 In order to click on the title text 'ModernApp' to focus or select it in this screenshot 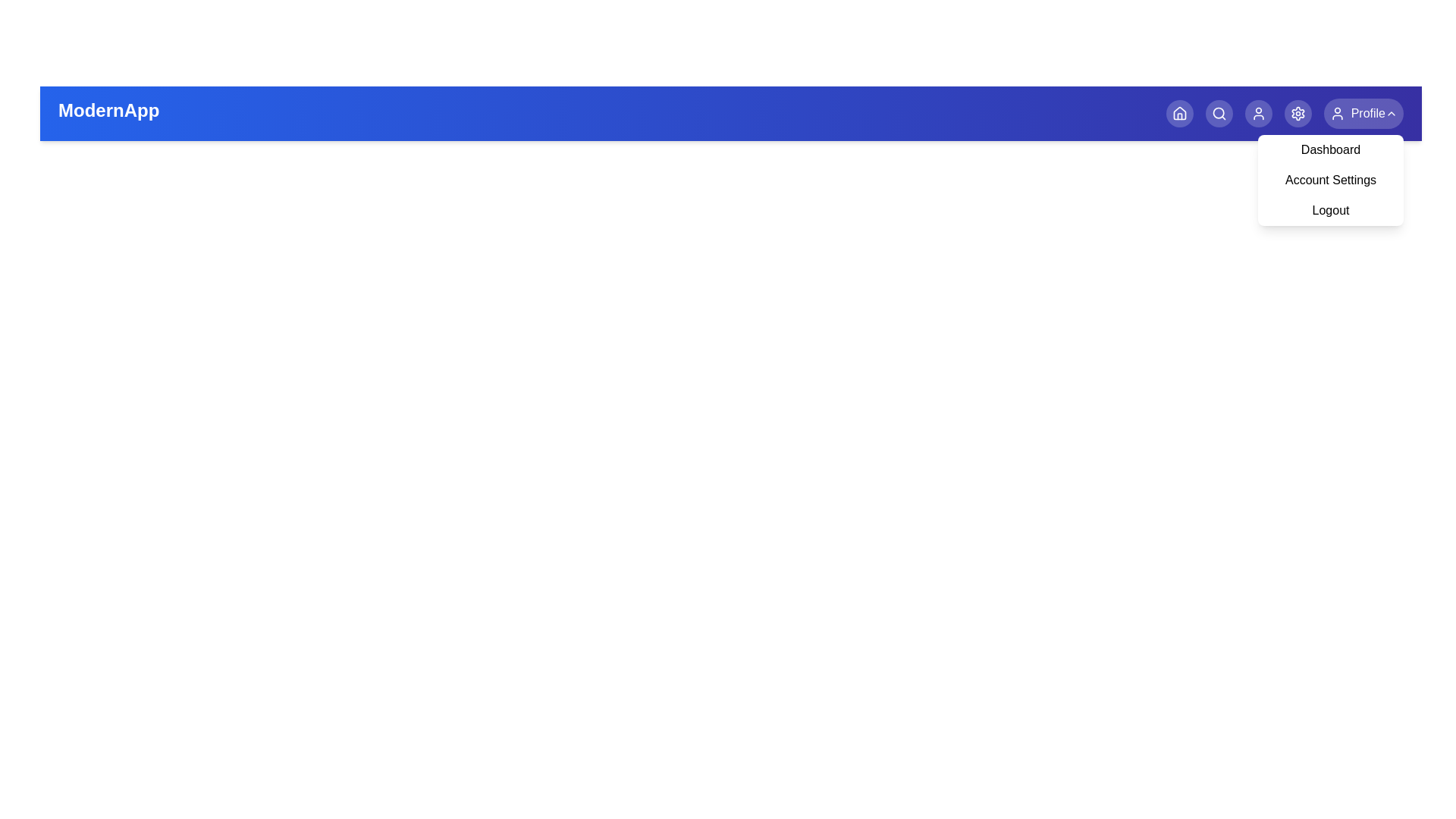, I will do `click(108, 113)`.